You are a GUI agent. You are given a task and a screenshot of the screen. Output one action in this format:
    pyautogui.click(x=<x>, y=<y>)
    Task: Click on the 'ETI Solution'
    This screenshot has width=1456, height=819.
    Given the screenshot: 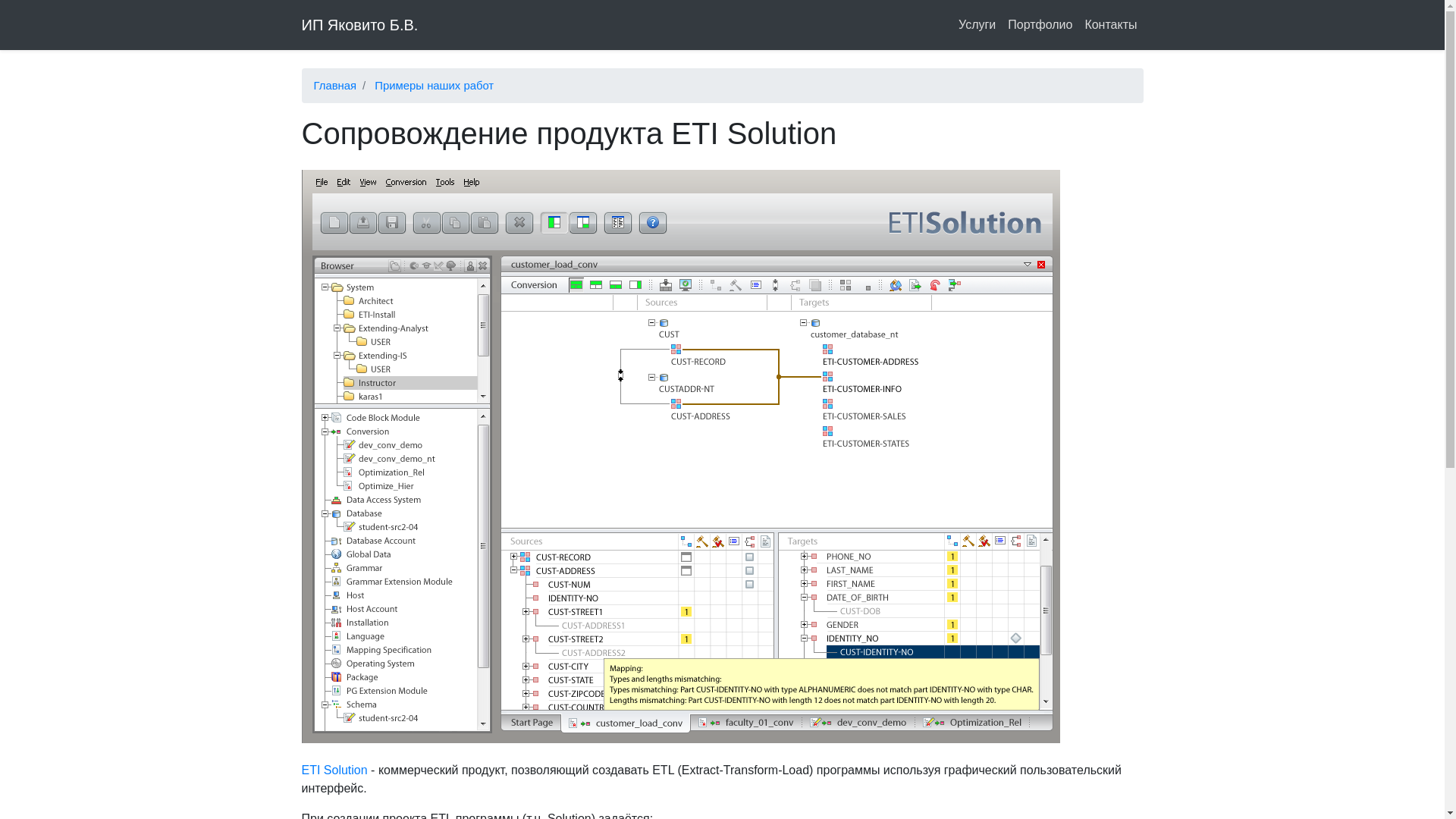 What is the action you would take?
    pyautogui.click(x=334, y=770)
    